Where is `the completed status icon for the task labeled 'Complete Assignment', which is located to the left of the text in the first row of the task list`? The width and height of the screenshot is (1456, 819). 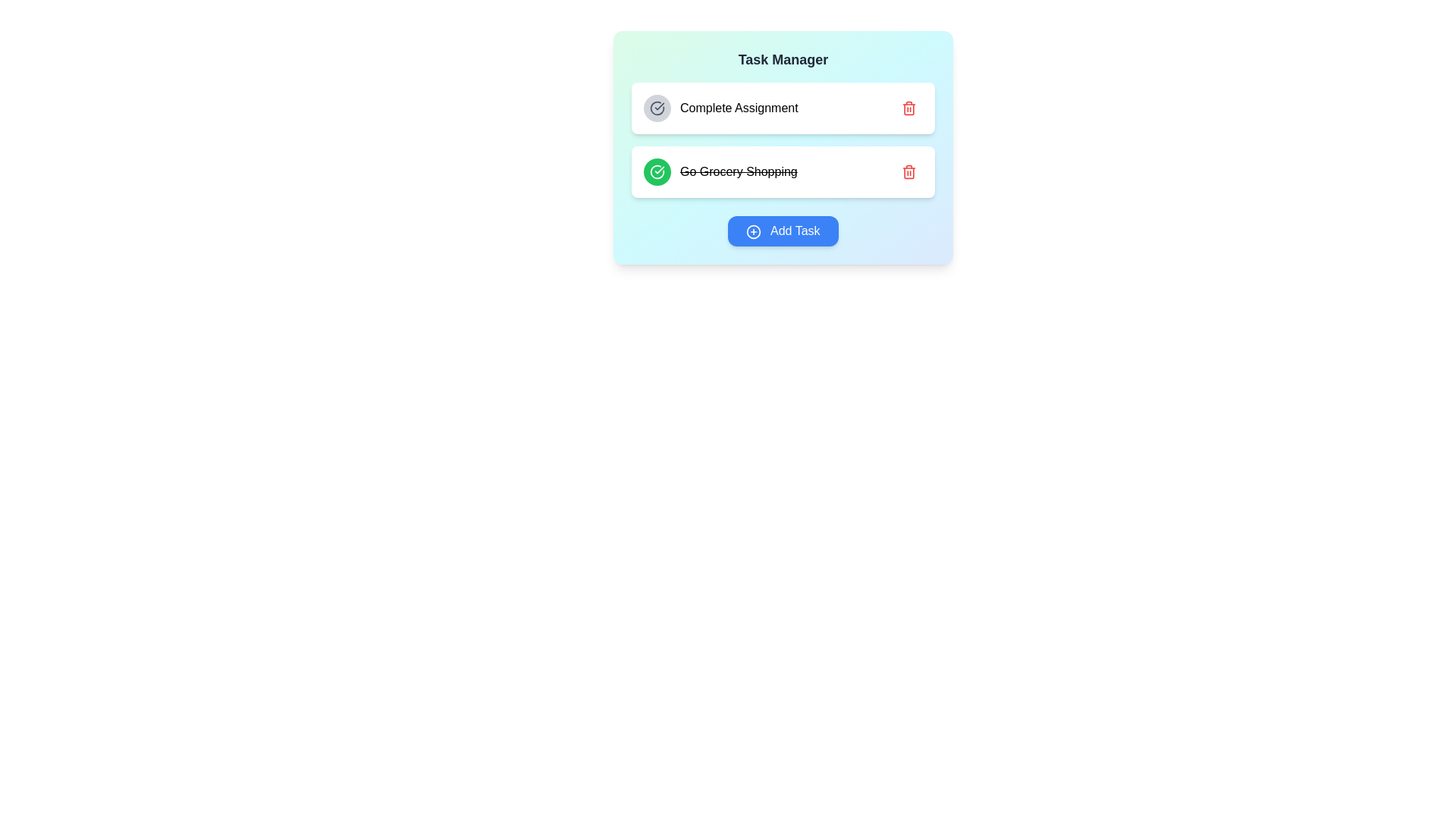 the completed status icon for the task labeled 'Complete Assignment', which is located to the left of the text in the first row of the task list is located at coordinates (657, 107).